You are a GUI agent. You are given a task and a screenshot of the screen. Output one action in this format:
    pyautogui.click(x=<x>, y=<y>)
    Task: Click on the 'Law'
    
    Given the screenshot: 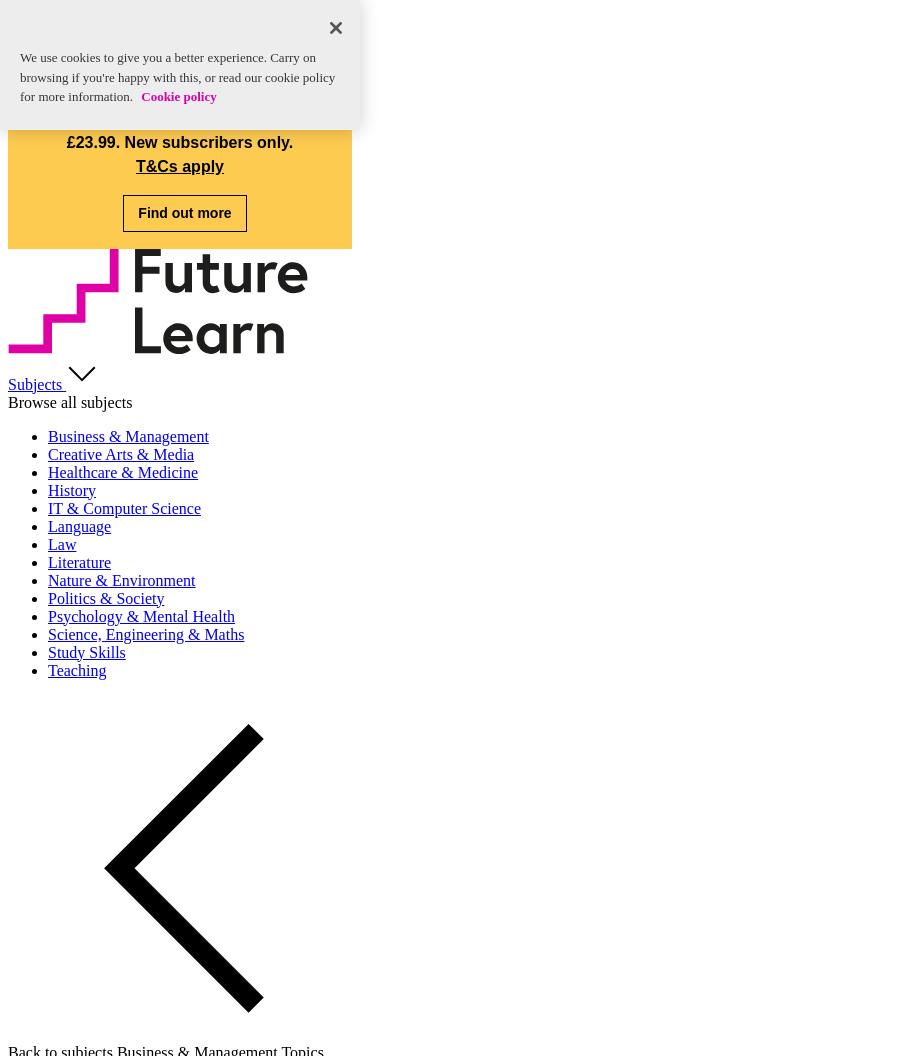 What is the action you would take?
    pyautogui.click(x=62, y=543)
    